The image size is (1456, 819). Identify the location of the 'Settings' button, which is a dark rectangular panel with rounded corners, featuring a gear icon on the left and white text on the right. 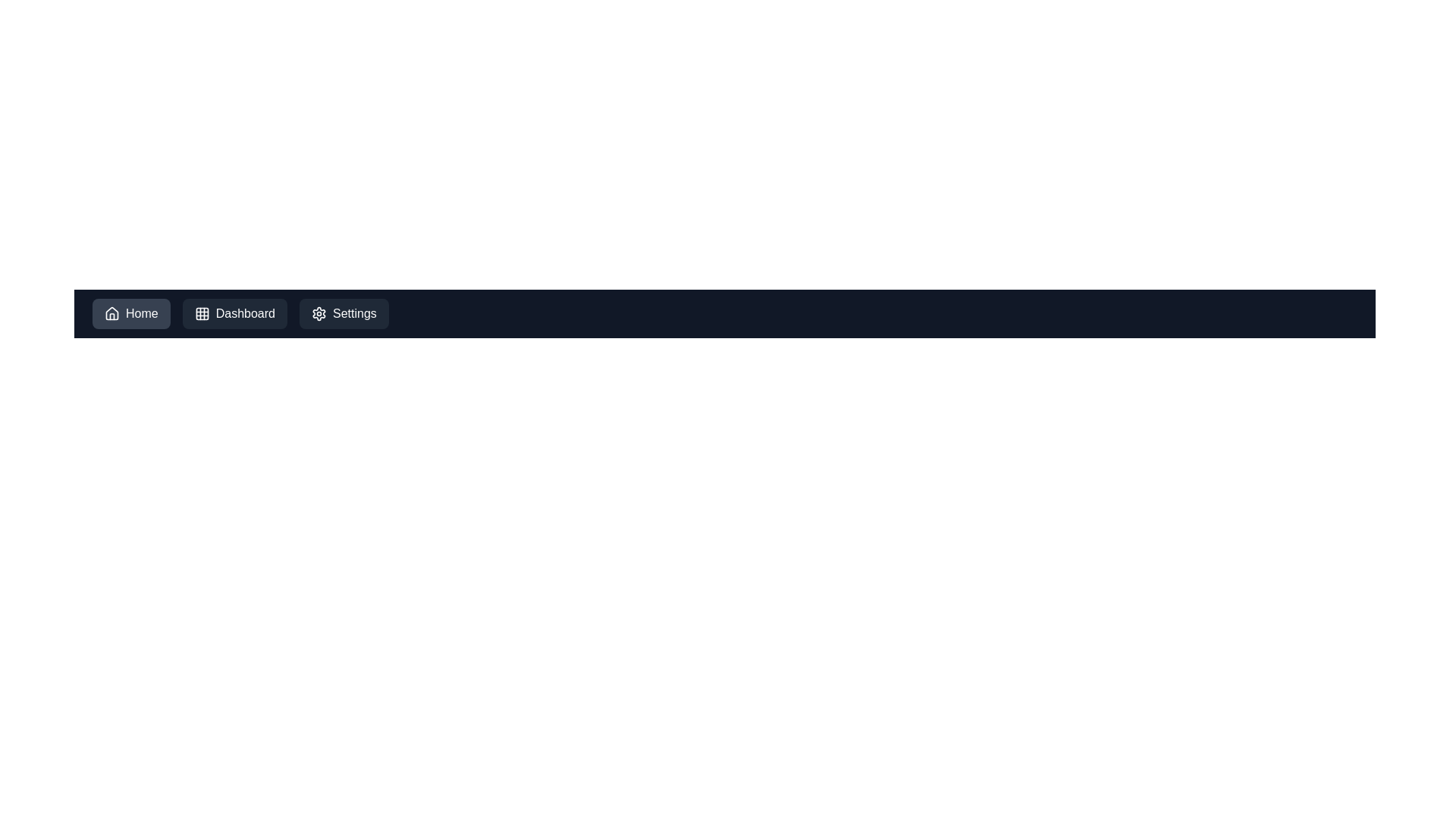
(343, 312).